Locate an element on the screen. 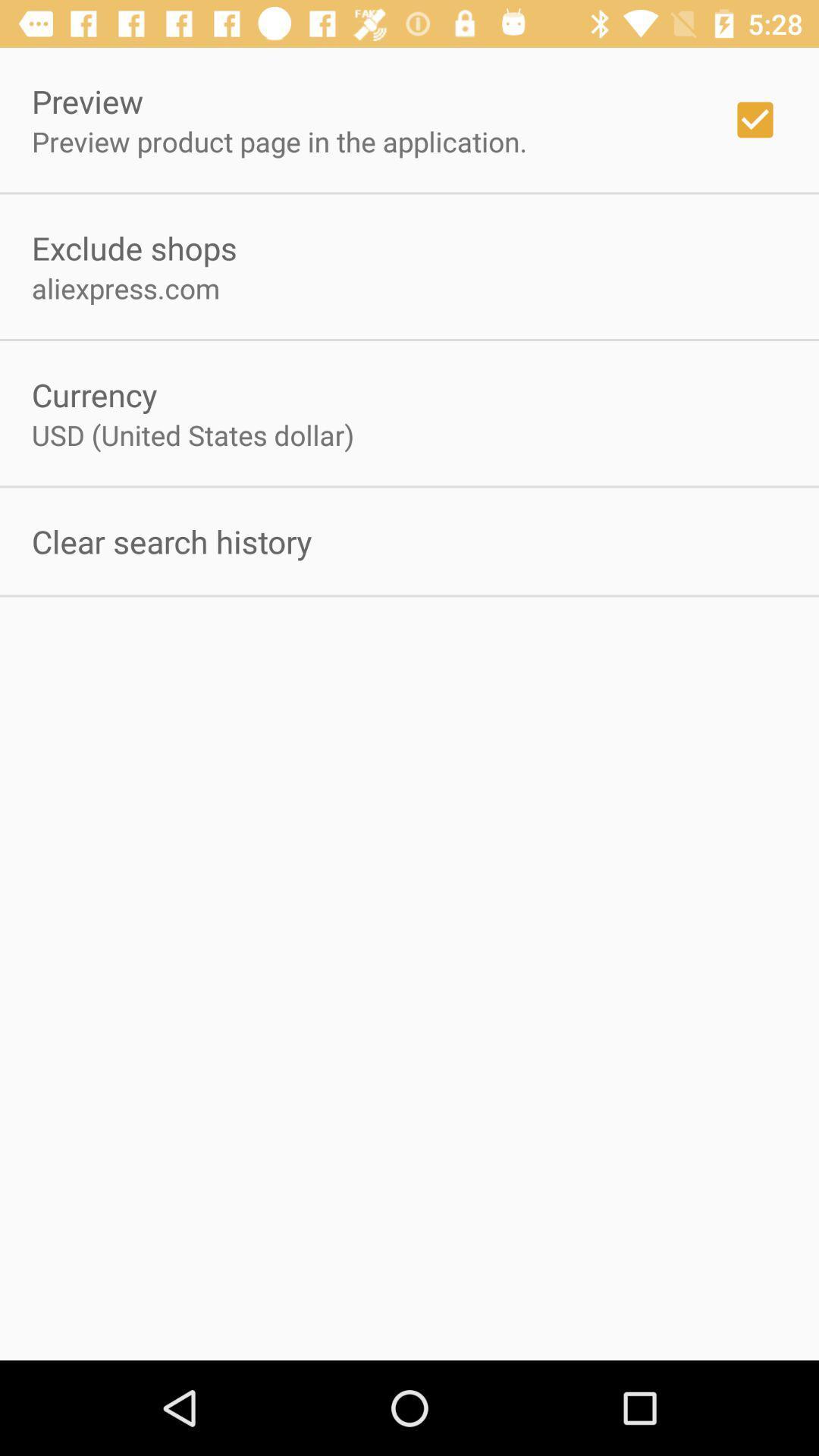 The height and width of the screenshot is (1456, 819). the currency is located at coordinates (94, 394).